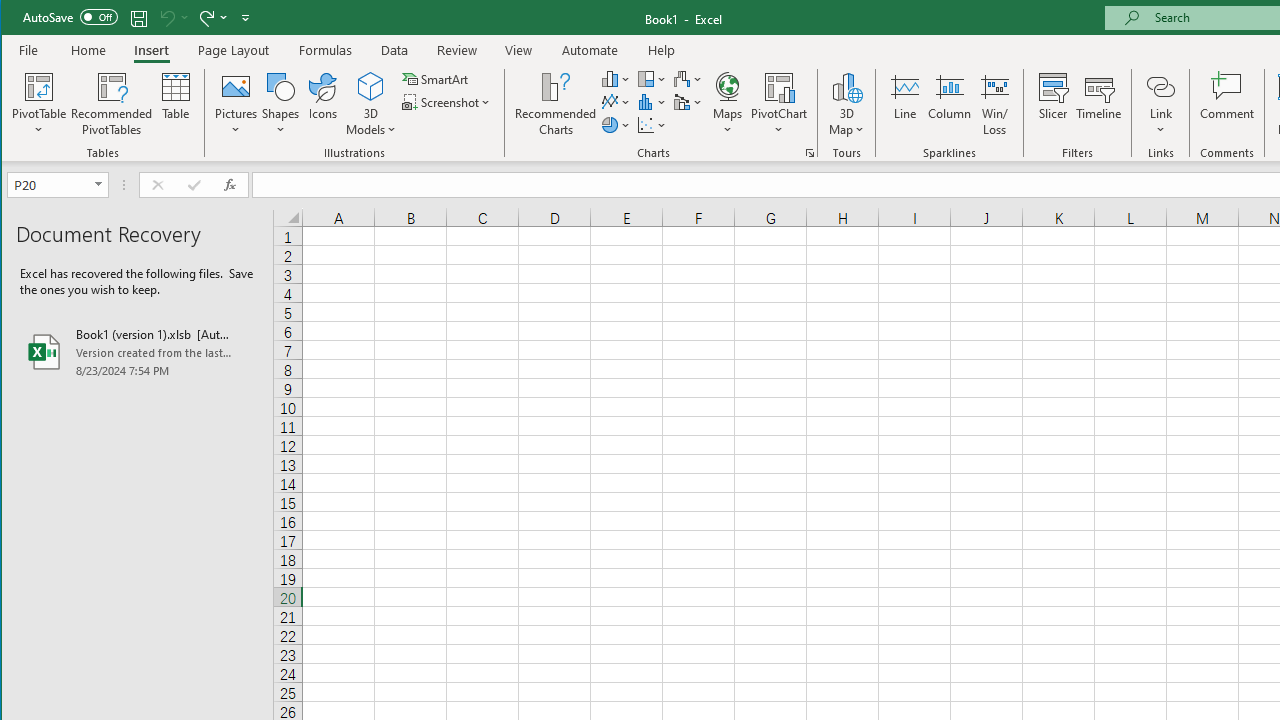 This screenshot has width=1280, height=720. What do you see at coordinates (846, 104) in the screenshot?
I see `'3D Map'` at bounding box center [846, 104].